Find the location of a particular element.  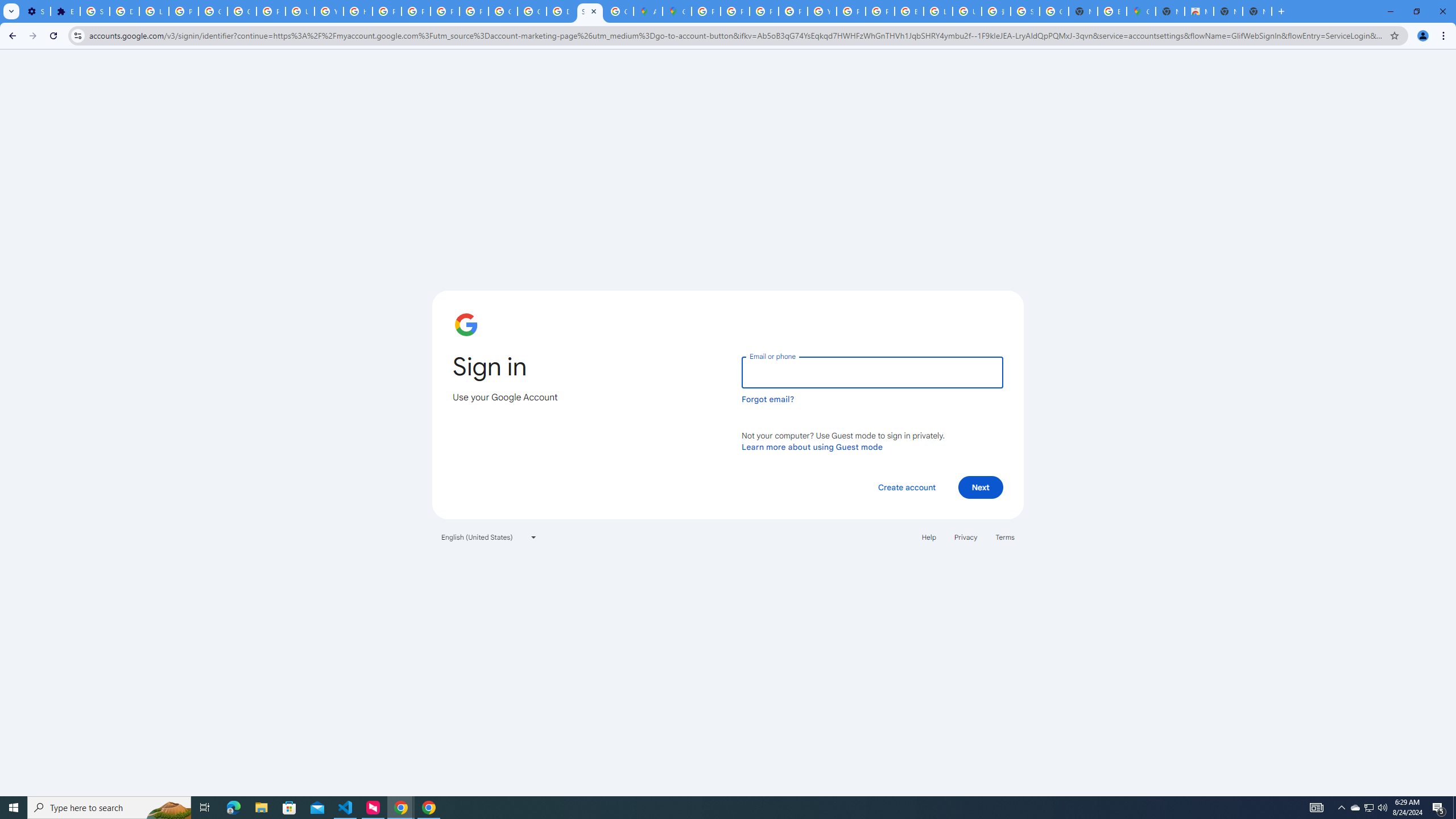

'Settings - On startup' is located at coordinates (35, 11).